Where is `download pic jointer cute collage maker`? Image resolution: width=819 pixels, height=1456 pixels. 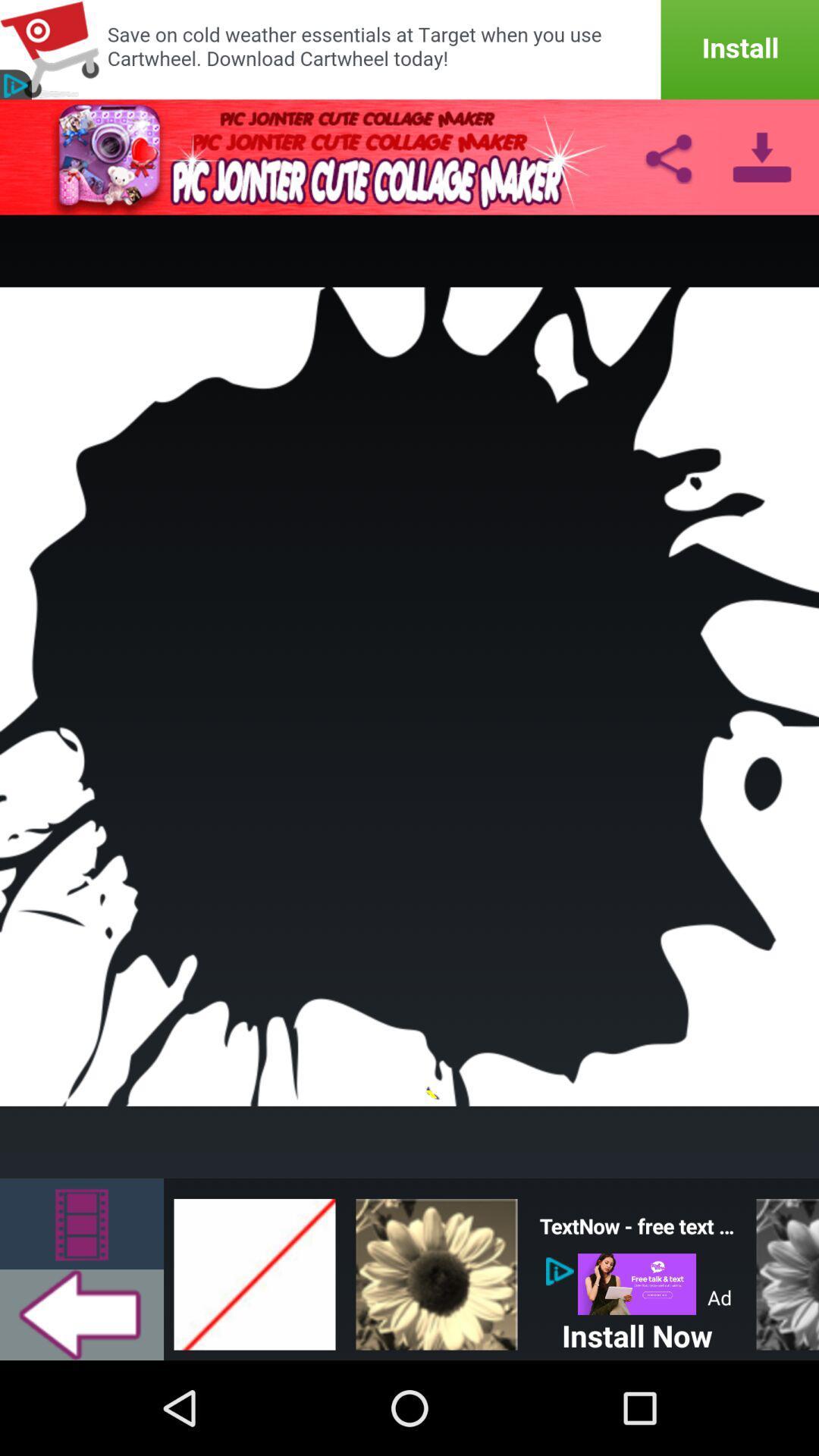
download pic jointer cute collage maker is located at coordinates (762, 156).